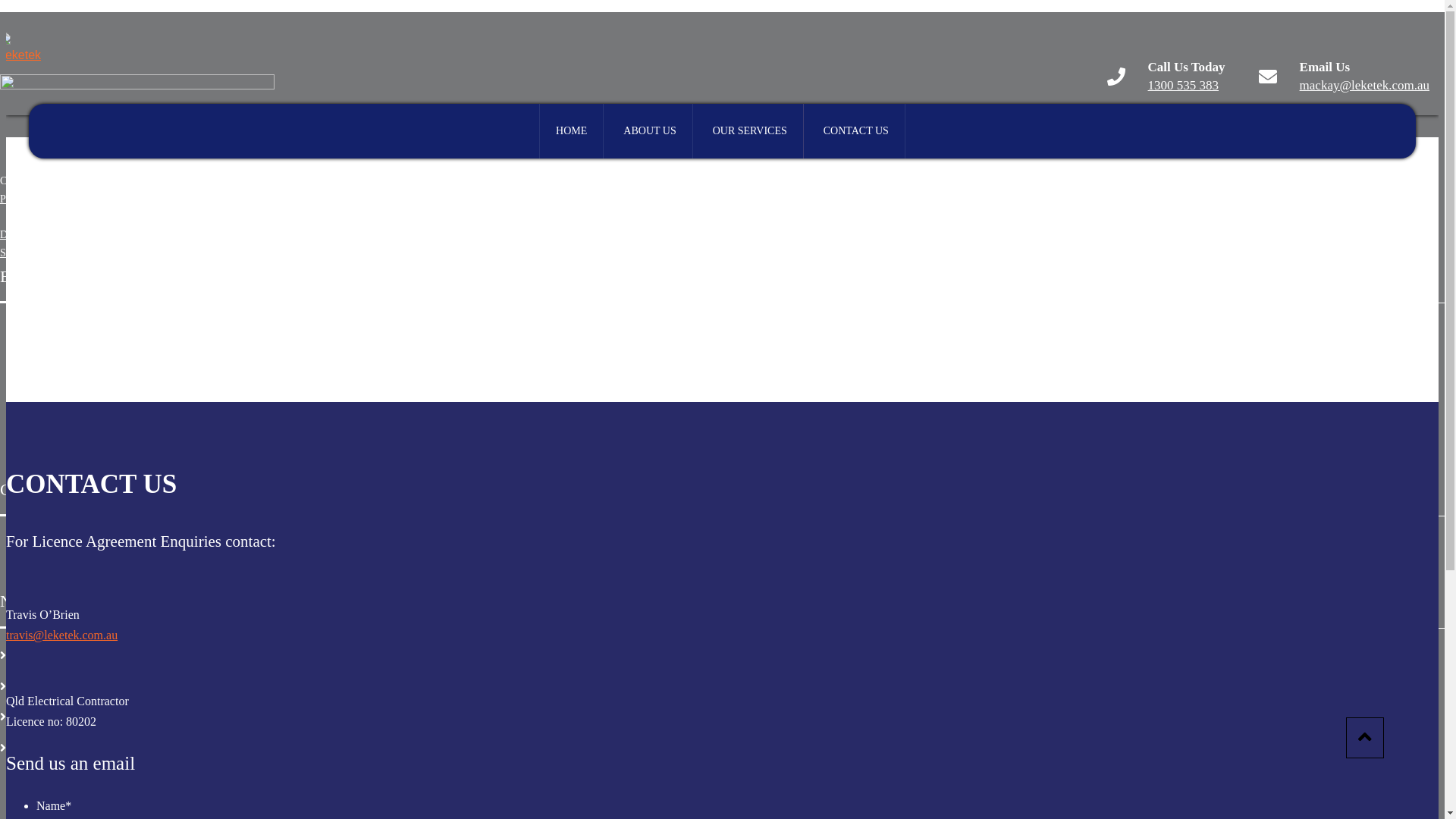 The image size is (1456, 819). Describe the element at coordinates (1364, 85) in the screenshot. I see `'mackay@leketek.com.au'` at that location.